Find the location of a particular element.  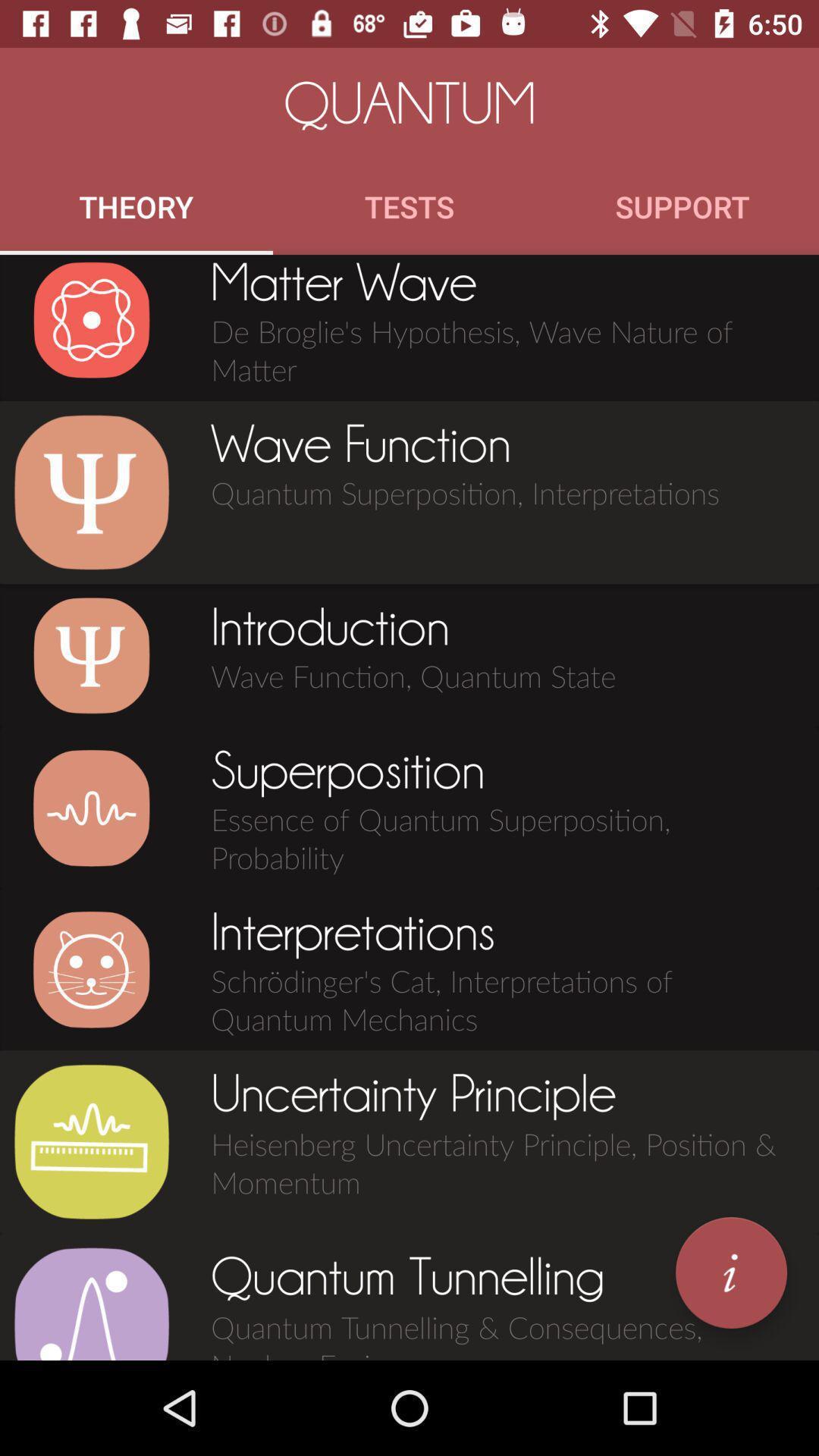

interpretations is located at coordinates (91, 968).